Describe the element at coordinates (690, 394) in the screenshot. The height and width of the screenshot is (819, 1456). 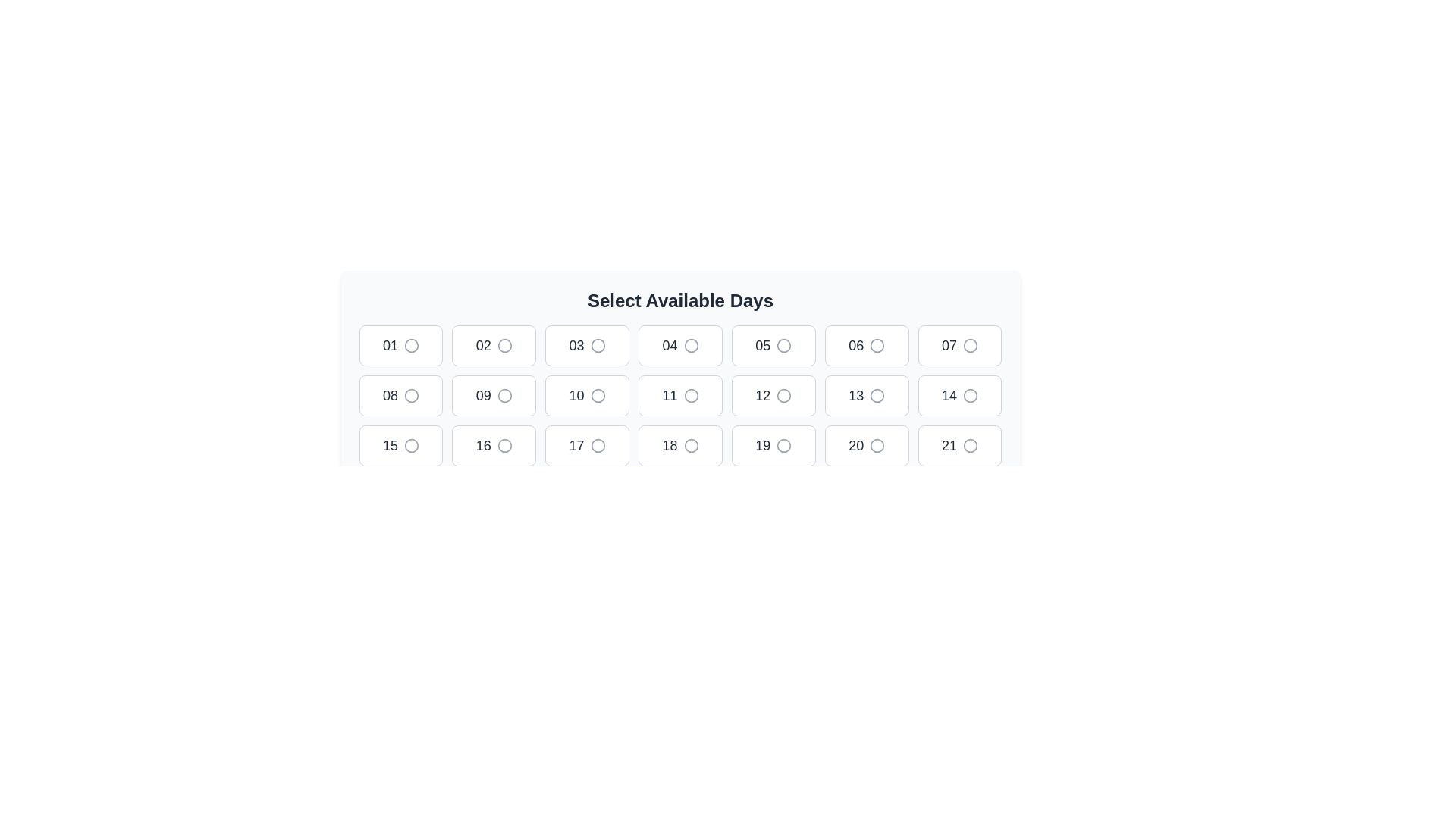
I see `the radio button representing the number '11' located in the second row and fifth column of the grid layout under 'Select Available Days'` at that location.